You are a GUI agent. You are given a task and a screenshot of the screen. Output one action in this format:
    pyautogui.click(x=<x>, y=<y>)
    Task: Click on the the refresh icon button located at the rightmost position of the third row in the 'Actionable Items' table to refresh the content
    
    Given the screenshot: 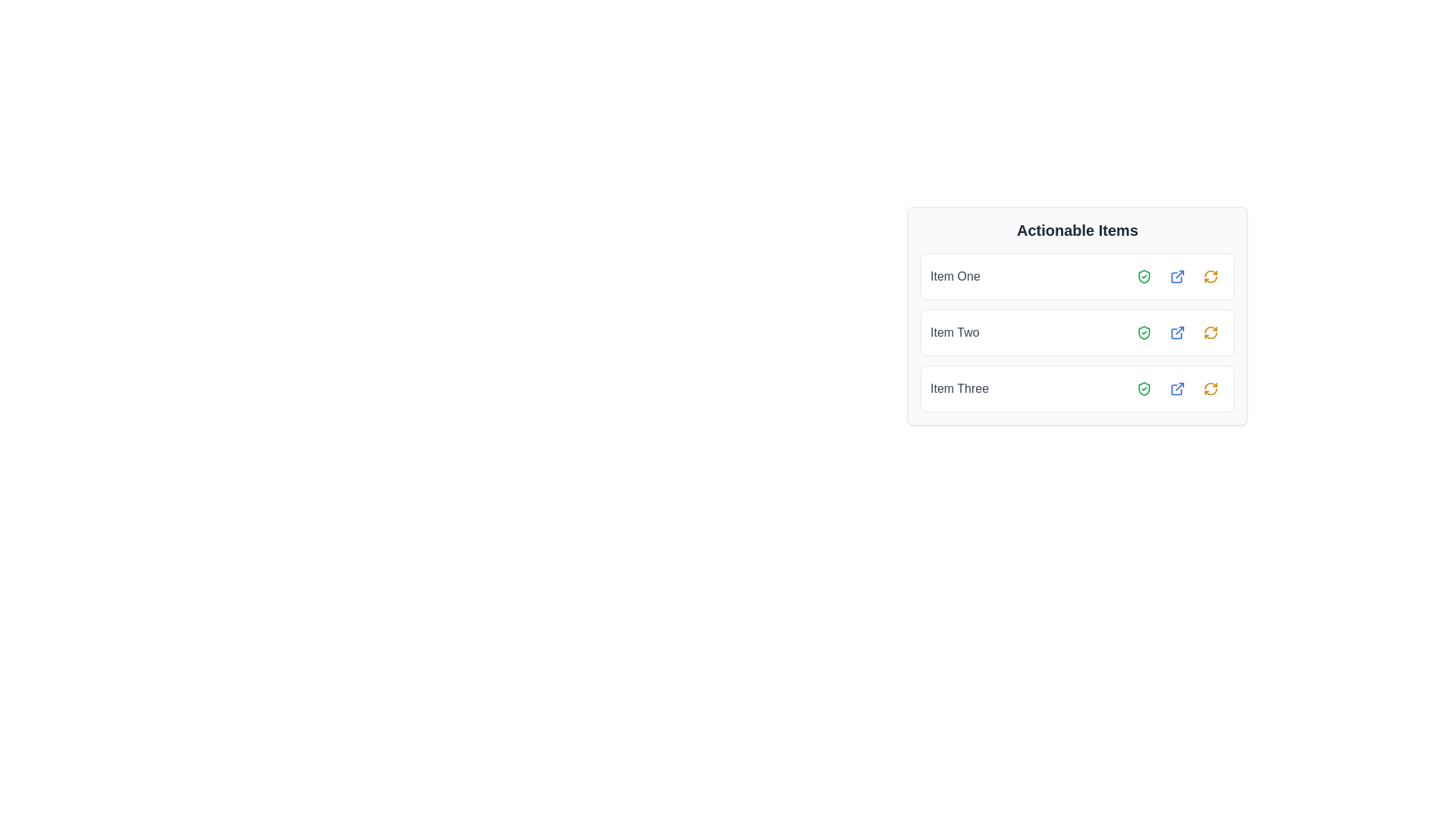 What is the action you would take?
    pyautogui.click(x=1210, y=388)
    